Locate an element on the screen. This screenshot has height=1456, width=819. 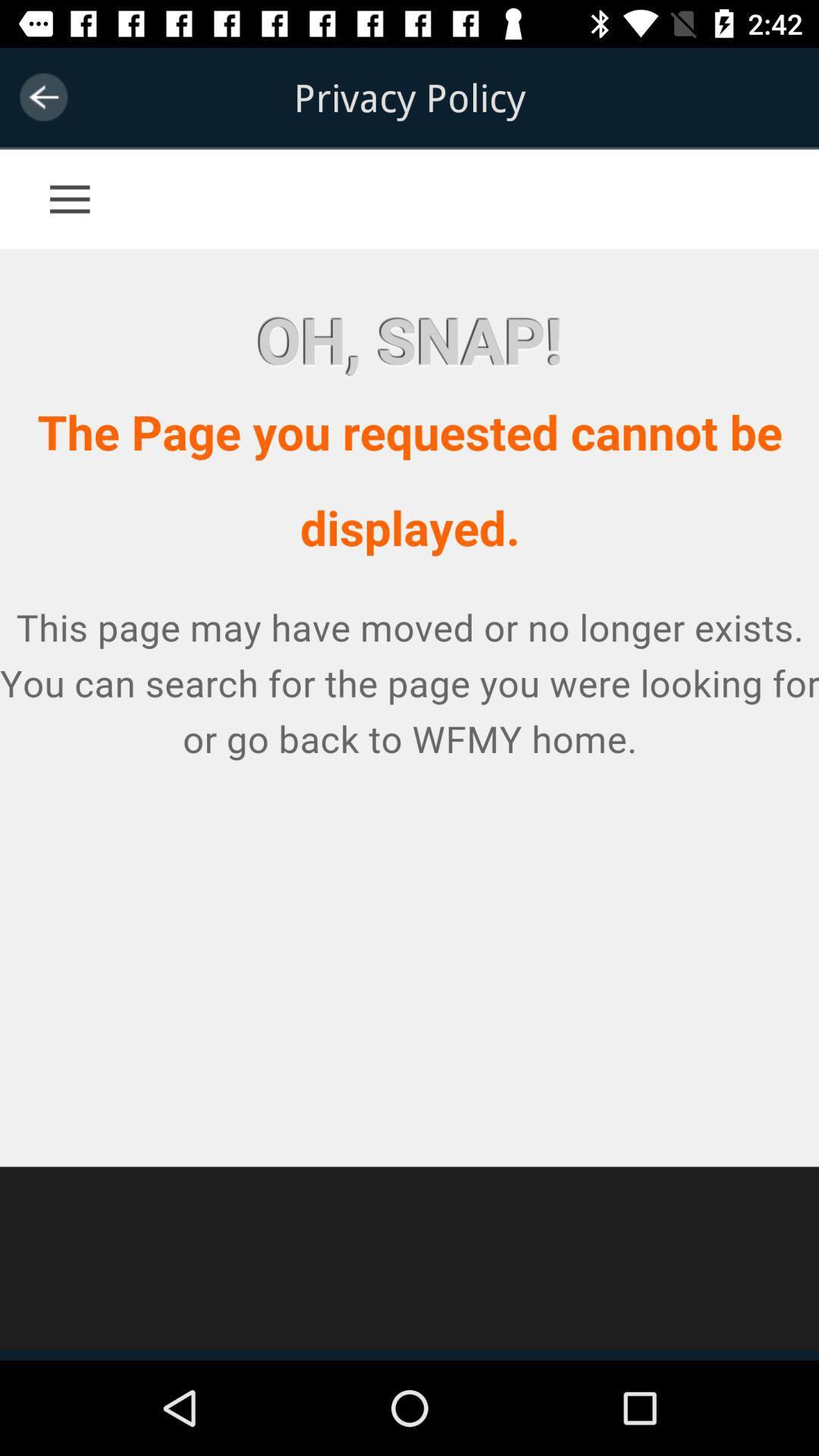
go back is located at coordinates (42, 96).